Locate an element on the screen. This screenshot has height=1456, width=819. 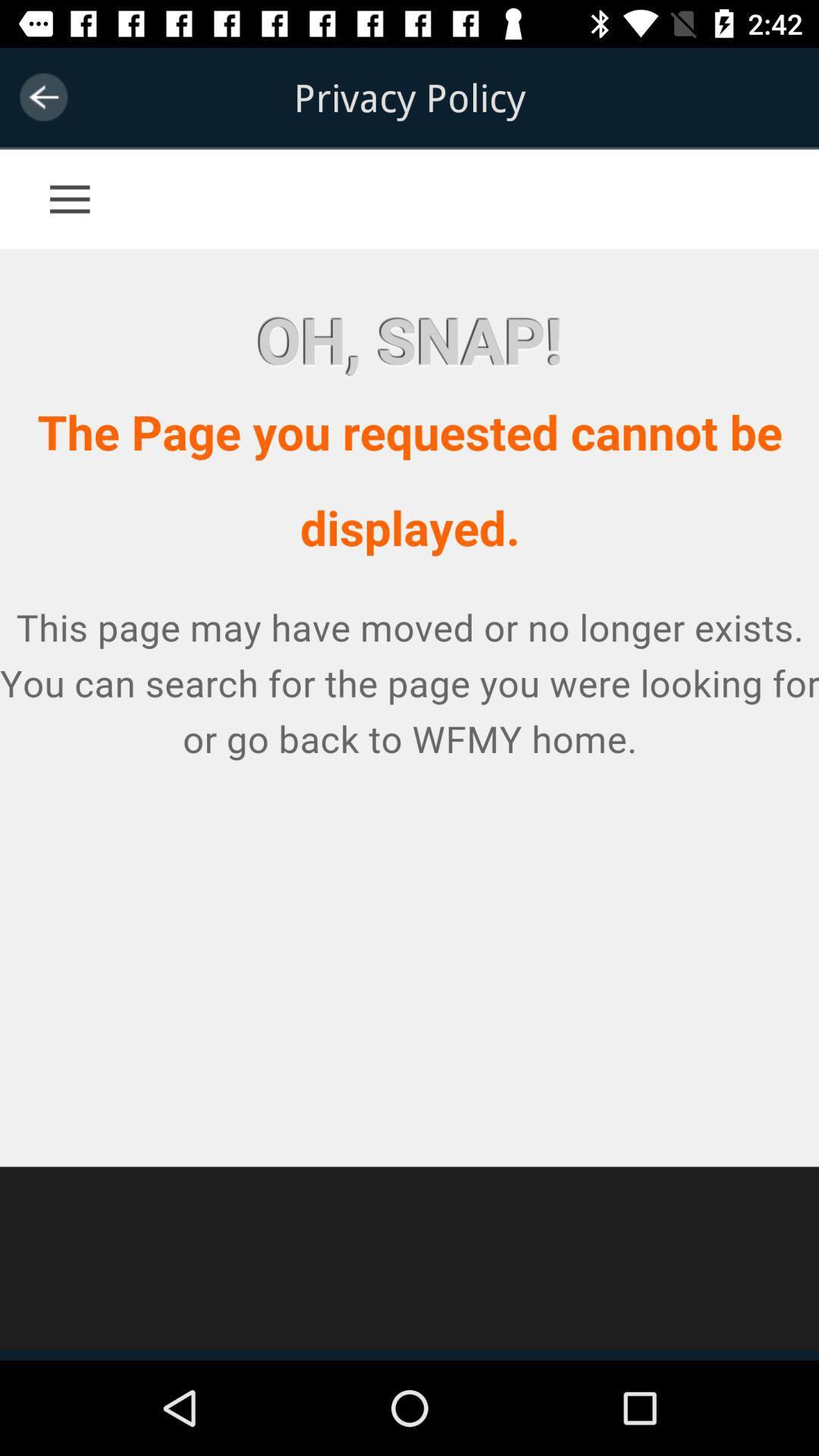
go back is located at coordinates (42, 96).